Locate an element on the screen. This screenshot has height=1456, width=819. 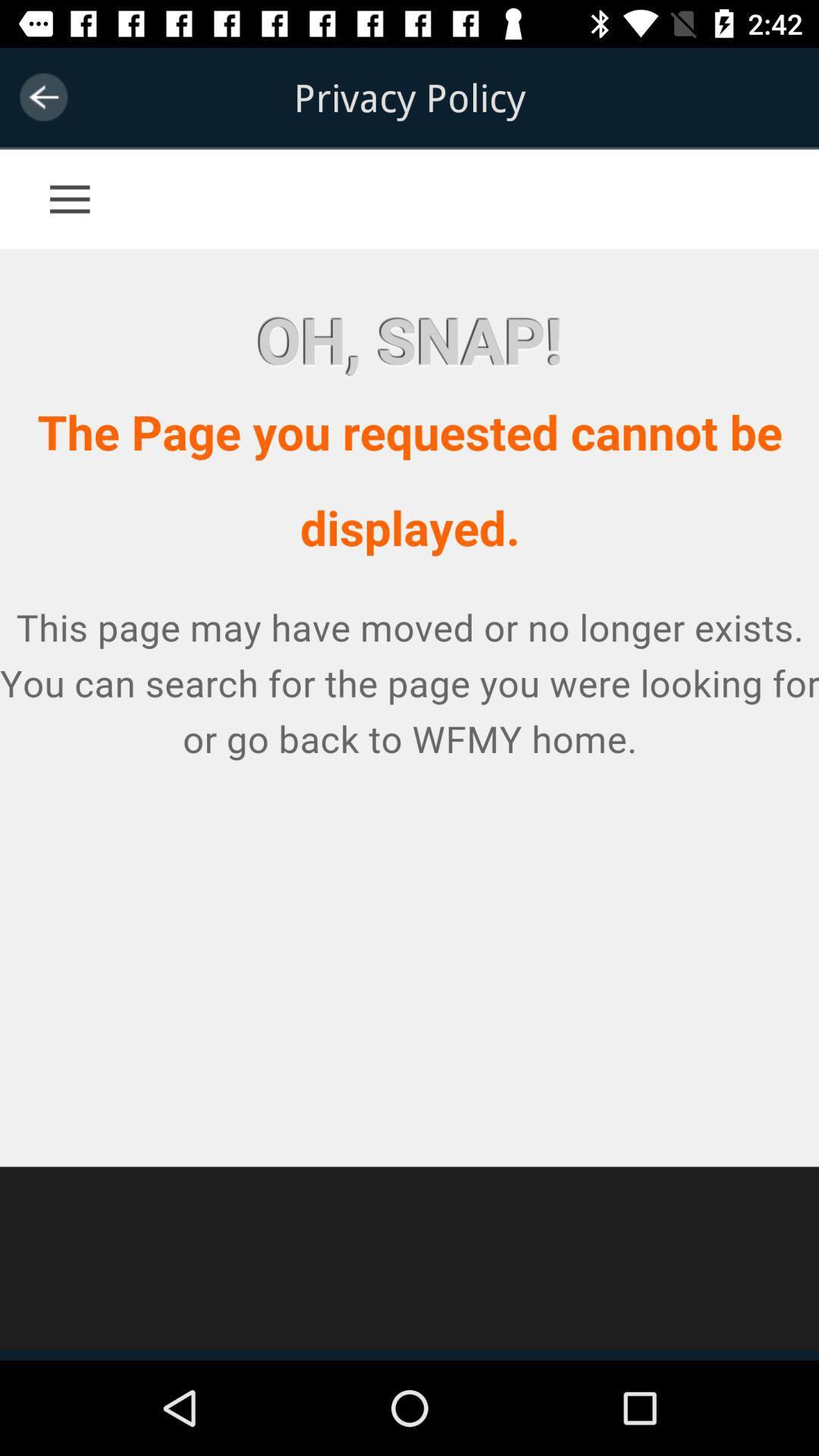
go back is located at coordinates (42, 96).